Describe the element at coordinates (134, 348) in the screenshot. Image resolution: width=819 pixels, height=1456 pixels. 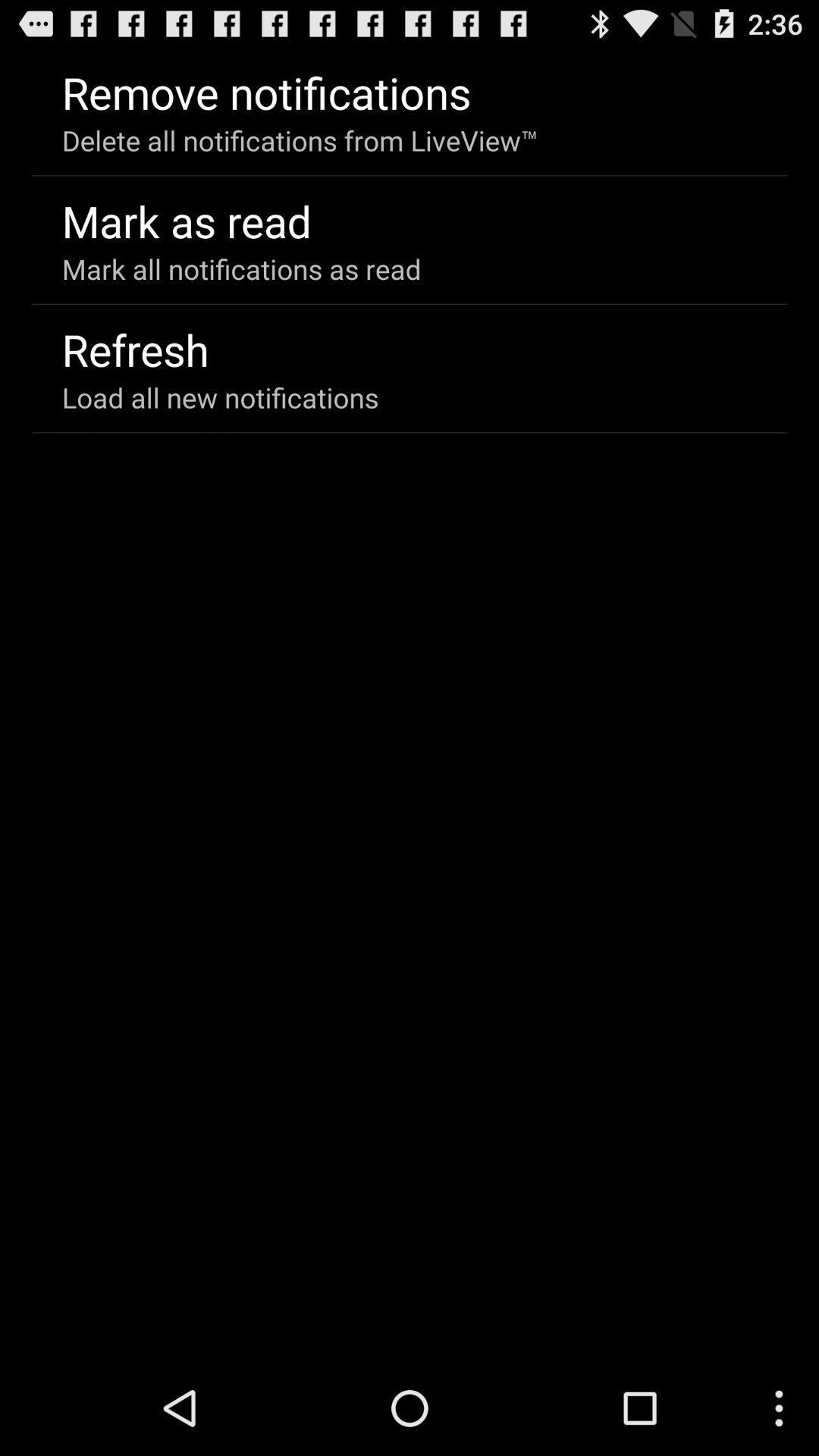
I see `item above load all new item` at that location.